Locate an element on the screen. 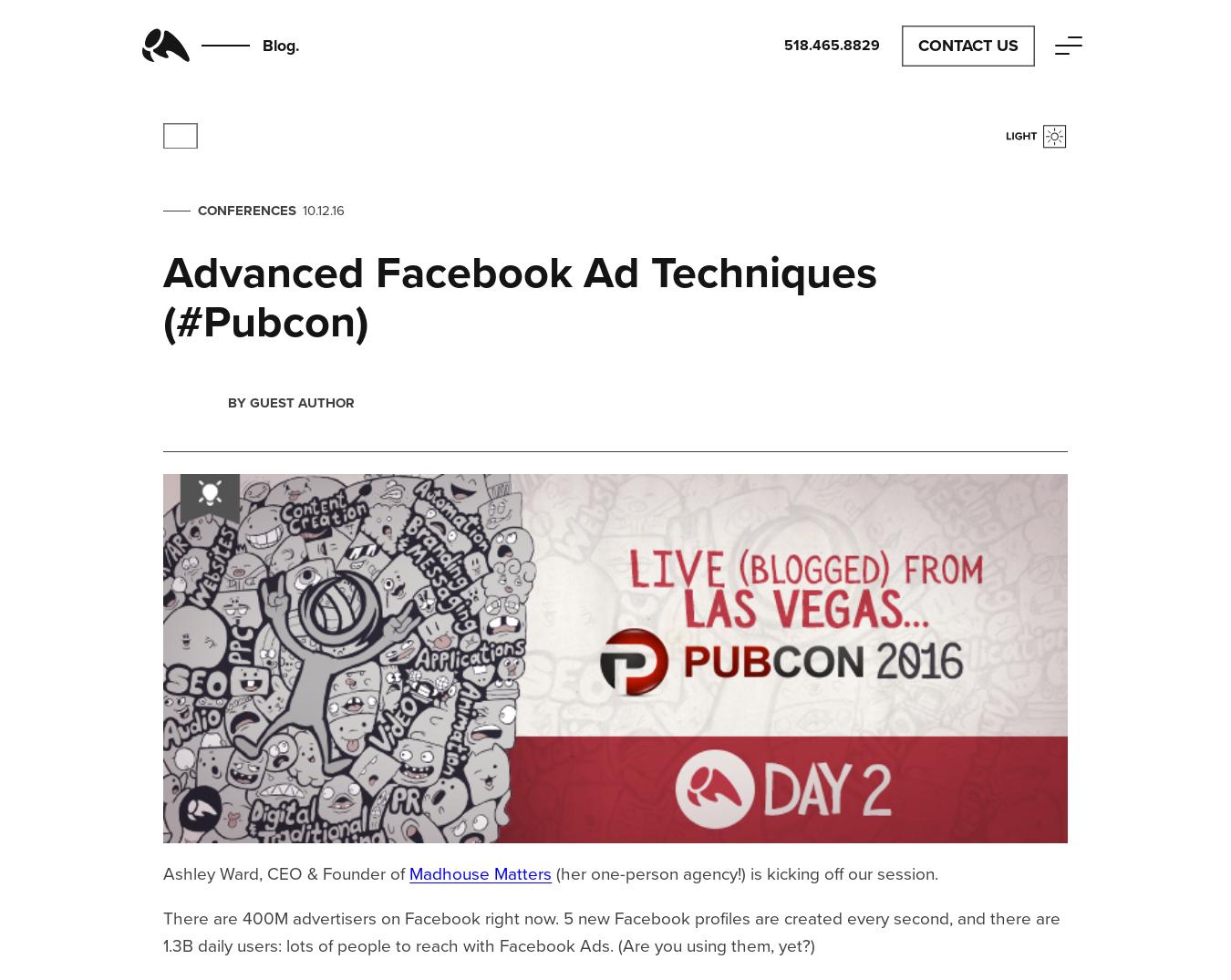 Image resolution: width=1231 pixels, height=980 pixels. '@dennisyu' is located at coordinates (320, 167).